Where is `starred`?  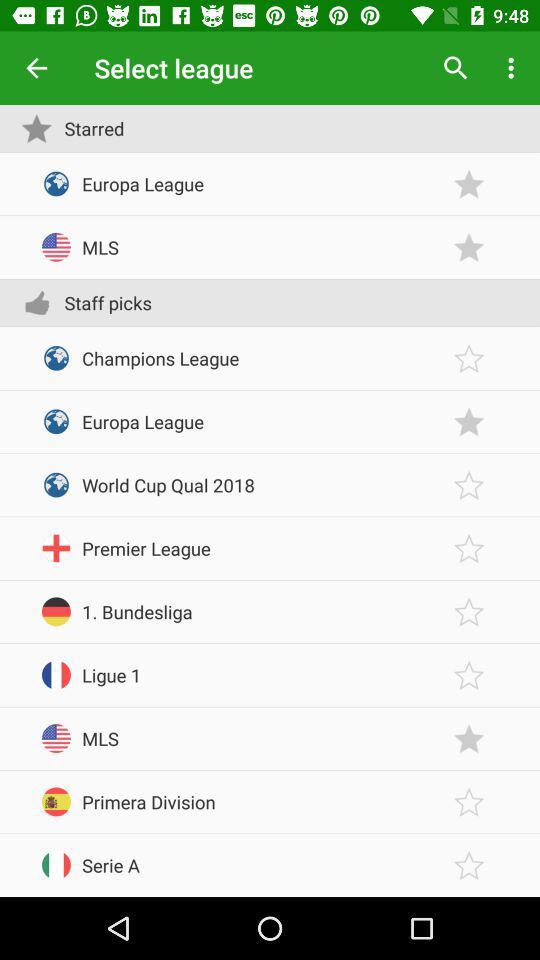 starred is located at coordinates (469, 484).